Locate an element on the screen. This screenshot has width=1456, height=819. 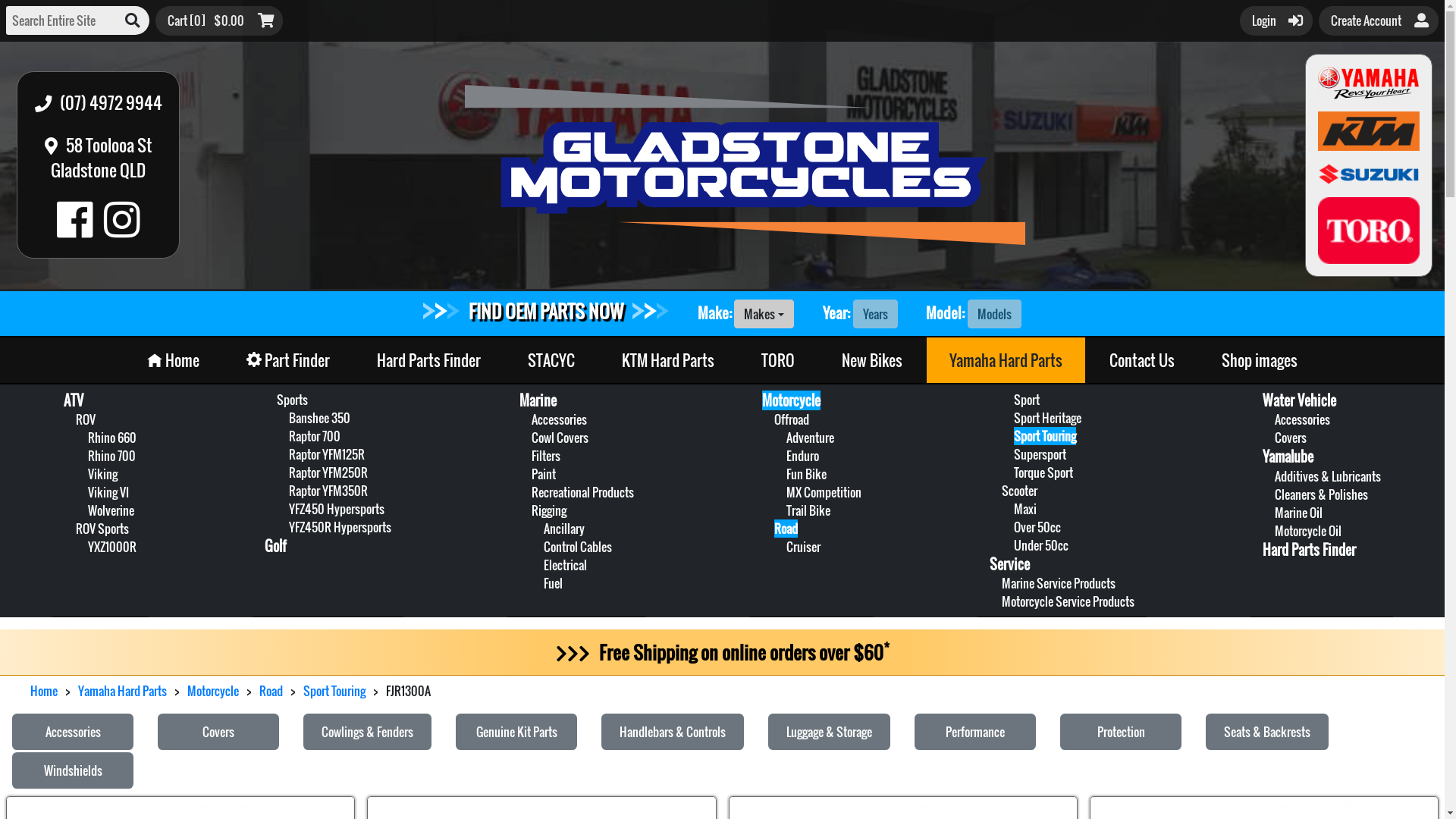
'YFZ450R Hypersports' is located at coordinates (339, 526).